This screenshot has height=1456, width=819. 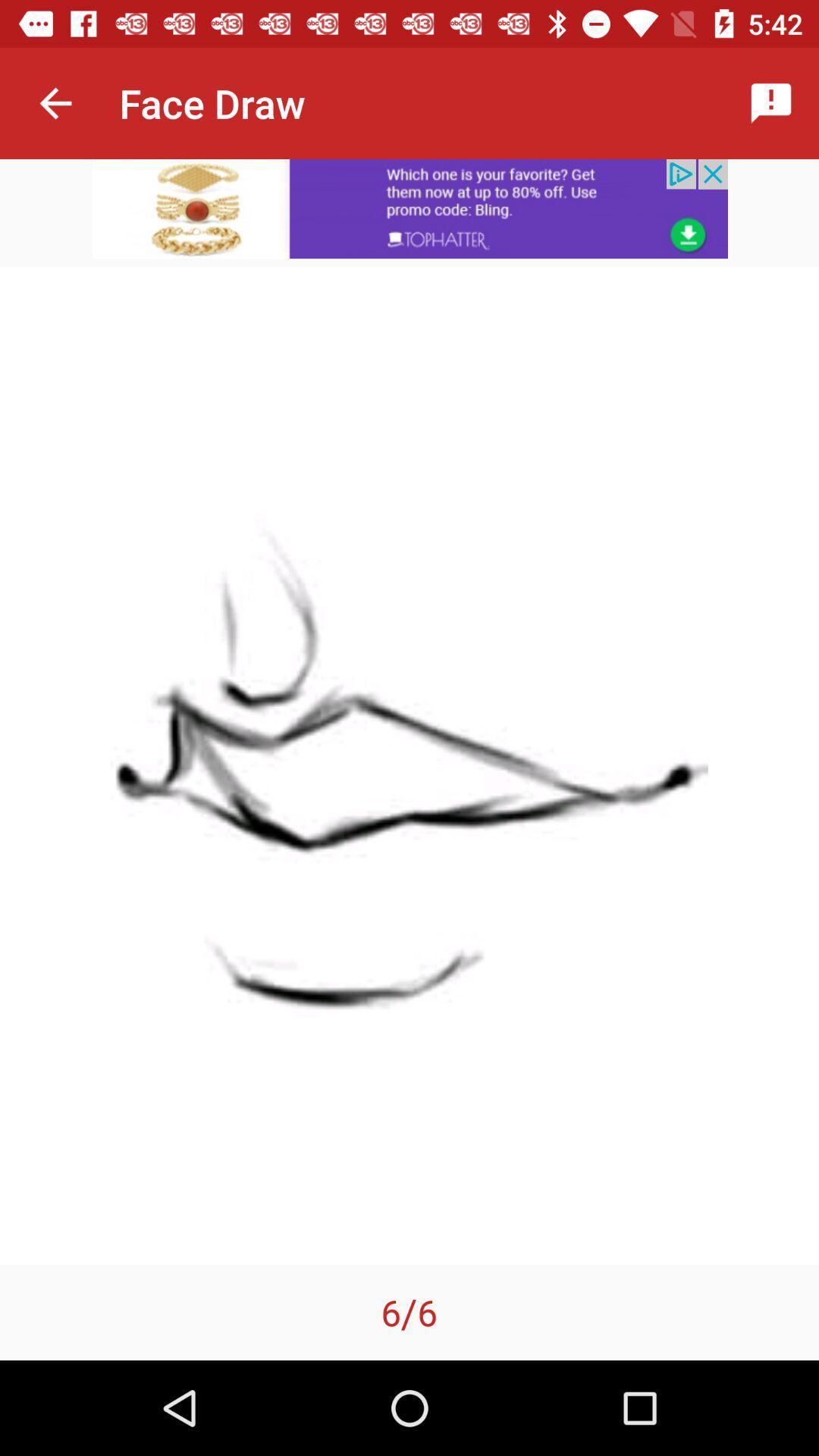 What do you see at coordinates (409, 208) in the screenshot?
I see `click for advertisement` at bounding box center [409, 208].